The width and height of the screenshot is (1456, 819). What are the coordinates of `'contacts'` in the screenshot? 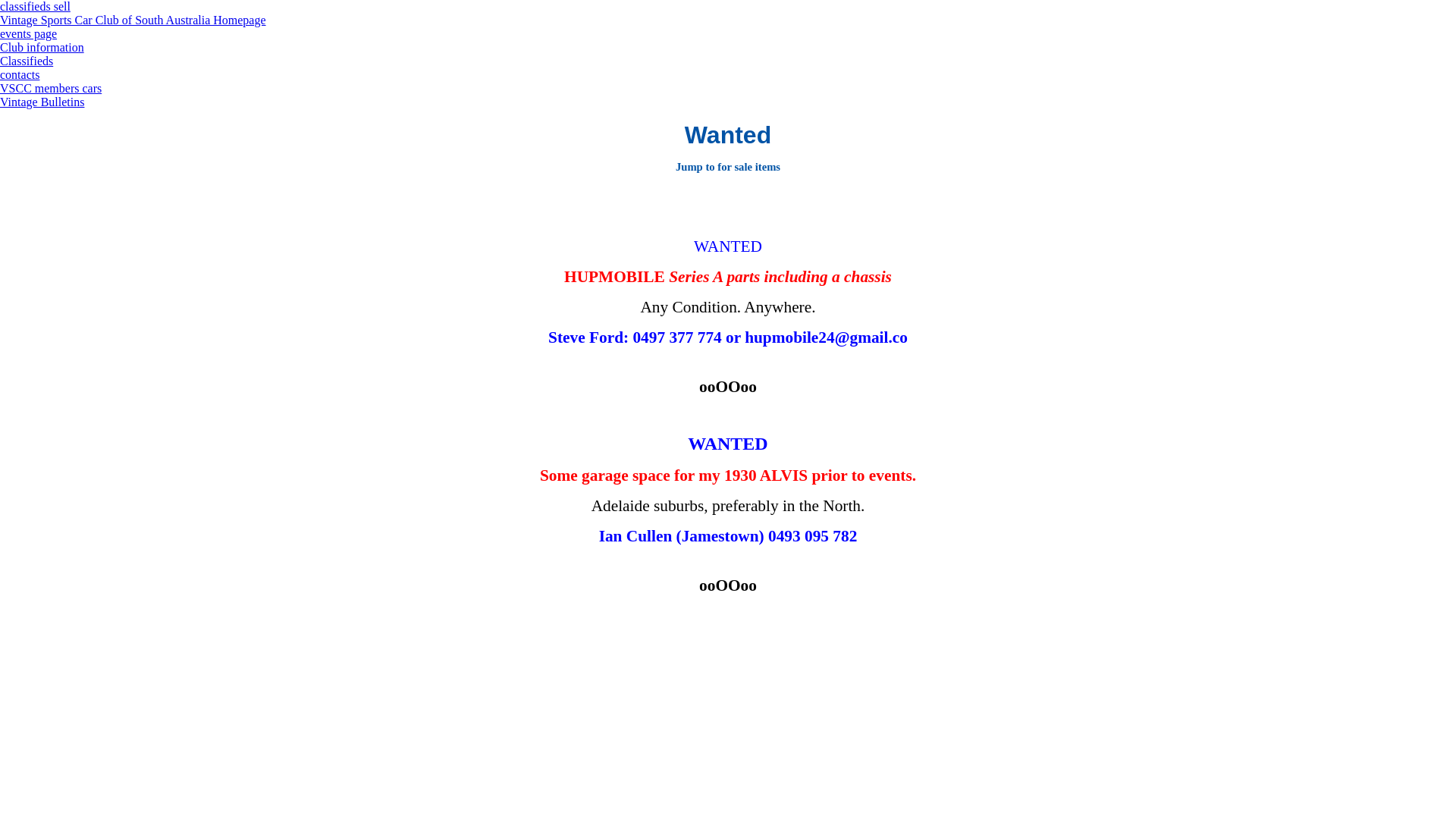 It's located at (19, 74).